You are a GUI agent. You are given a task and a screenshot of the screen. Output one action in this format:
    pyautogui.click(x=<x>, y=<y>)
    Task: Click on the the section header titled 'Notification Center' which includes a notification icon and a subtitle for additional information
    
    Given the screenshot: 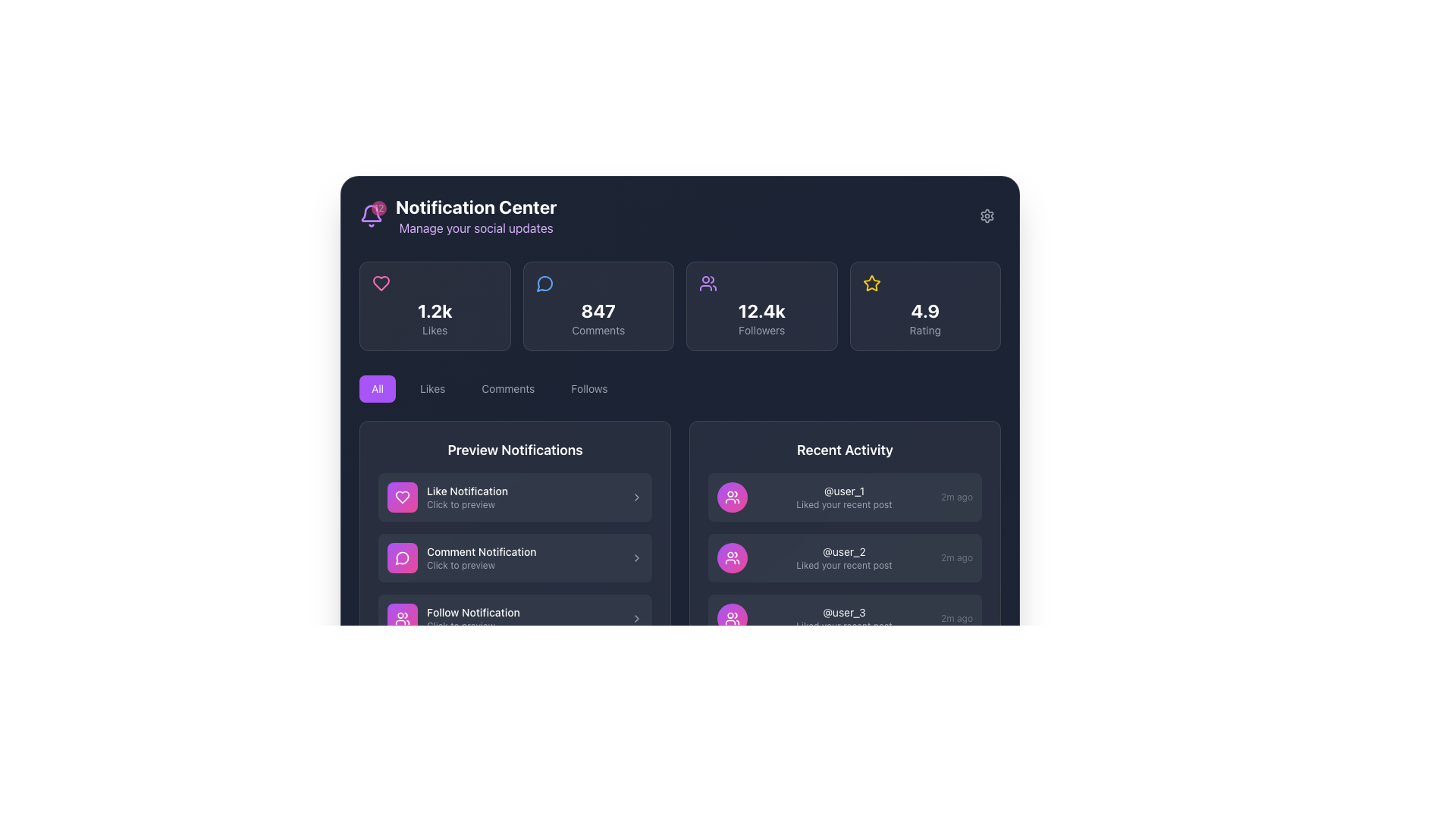 What is the action you would take?
    pyautogui.click(x=457, y=216)
    